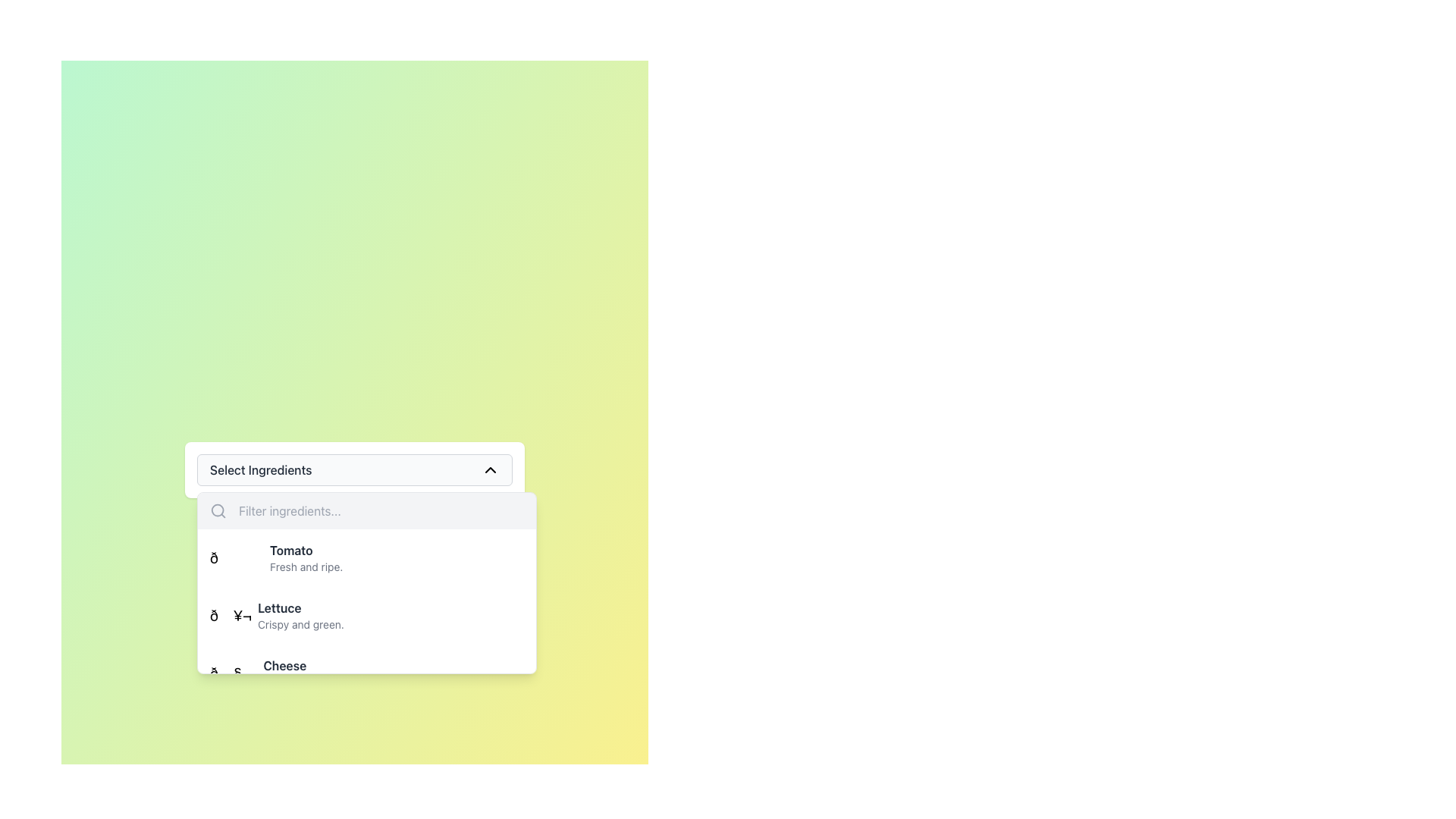 The image size is (1456, 819). Describe the element at coordinates (313, 672) in the screenshot. I see `the dropdown menu item labeled 'Cheese'` at that location.